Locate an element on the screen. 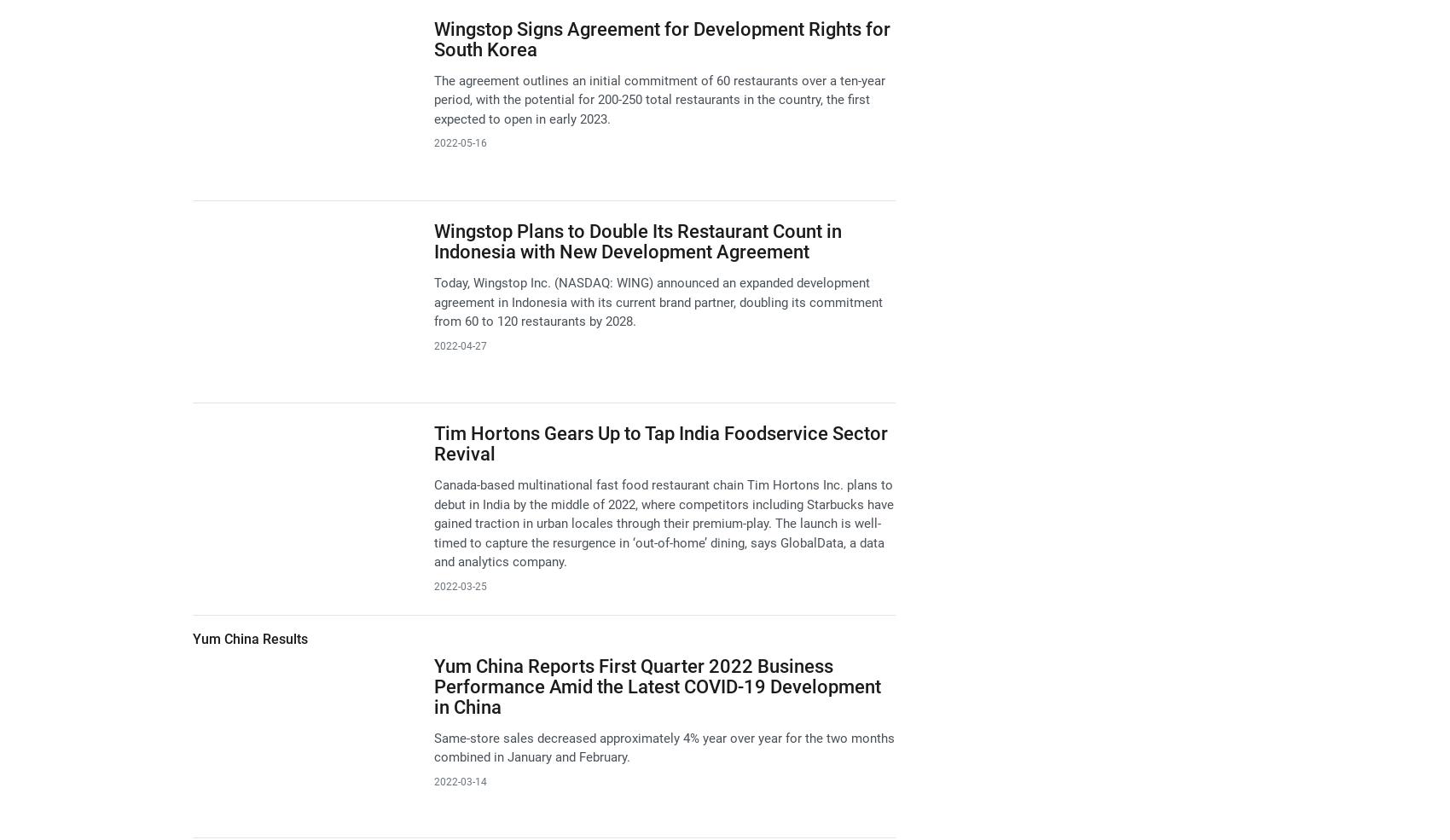 This screenshot has width=1450, height=840. '2022-03-25' is located at coordinates (459, 585).